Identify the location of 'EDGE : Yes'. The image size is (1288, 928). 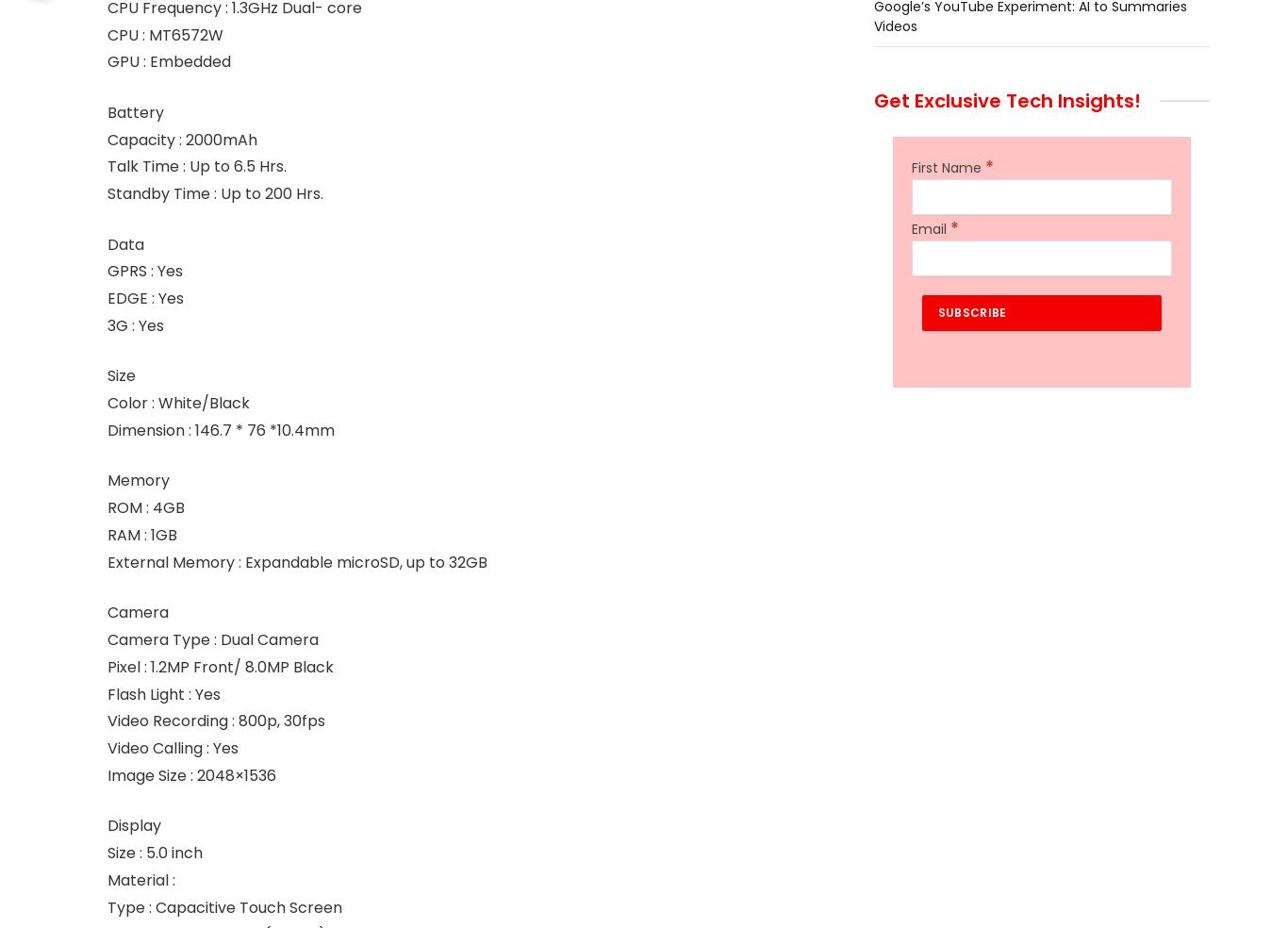
(107, 297).